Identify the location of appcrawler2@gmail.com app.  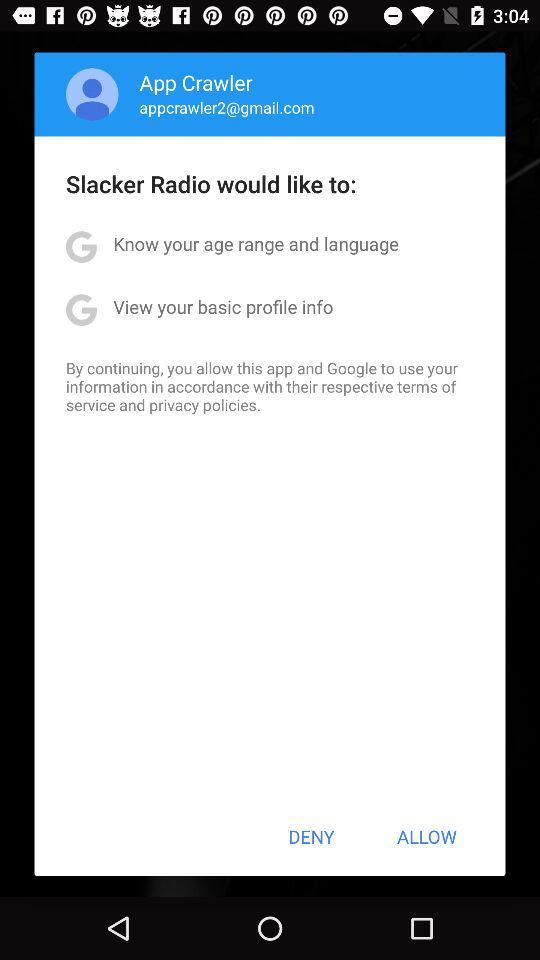
(226, 107).